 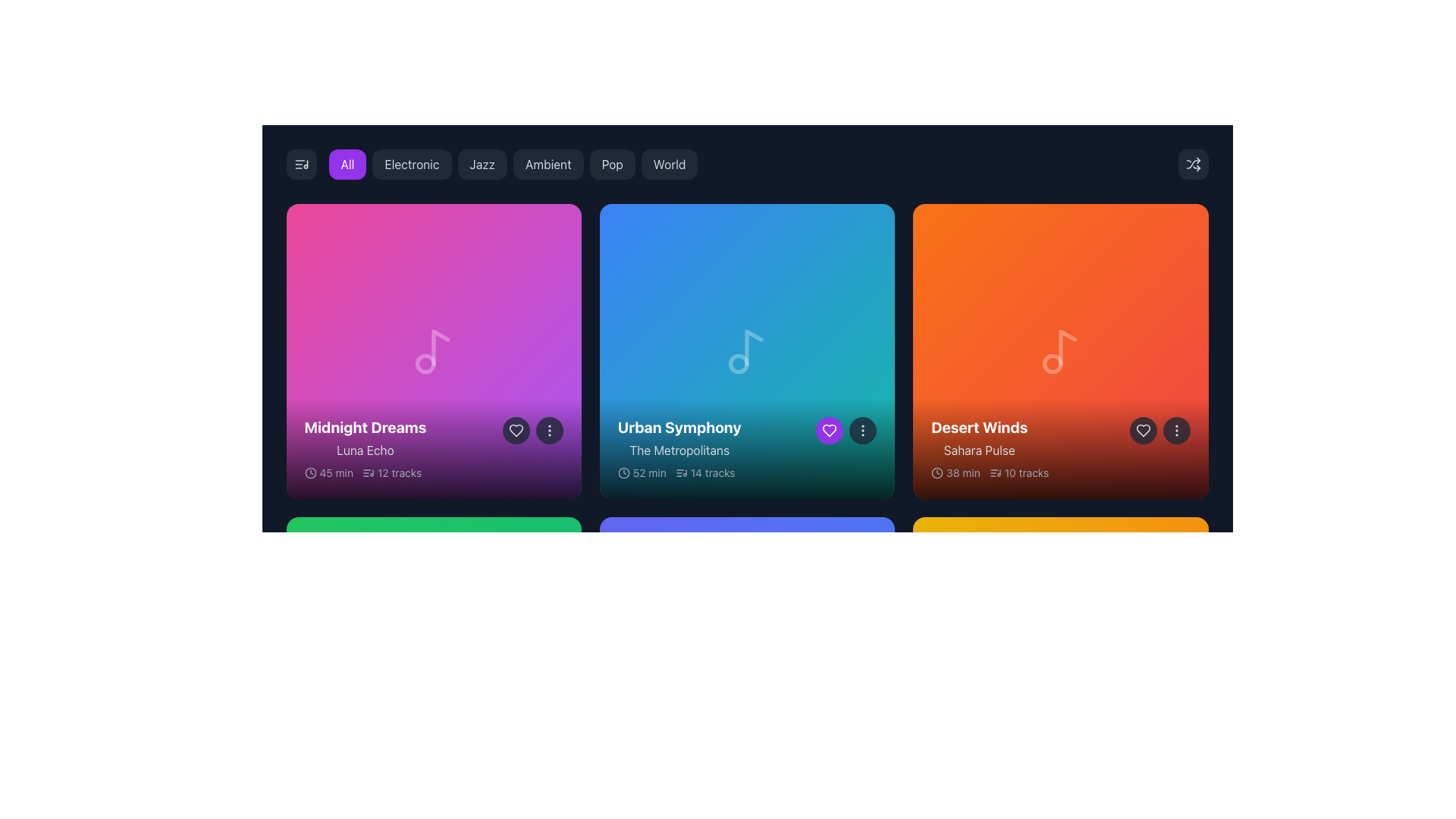 I want to click on total duration displayed in the Label with decorative icon located beneath the title 'Midnight Dreams' and the subtitle 'Luna Echo' in the first card of the grid layout, so click(x=328, y=472).